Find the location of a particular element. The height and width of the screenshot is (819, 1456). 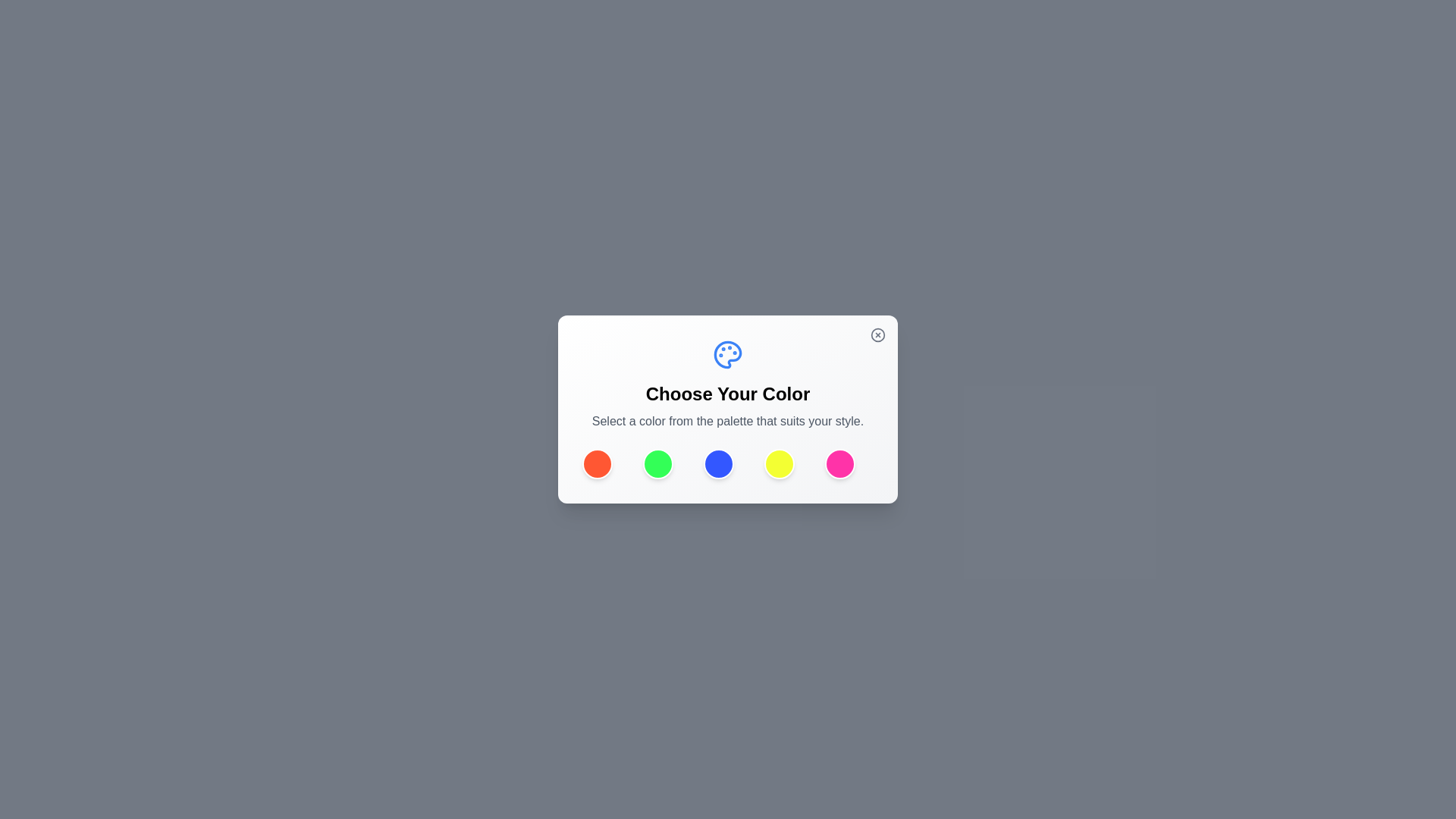

the color button corresponding to red is located at coordinates (596, 463).